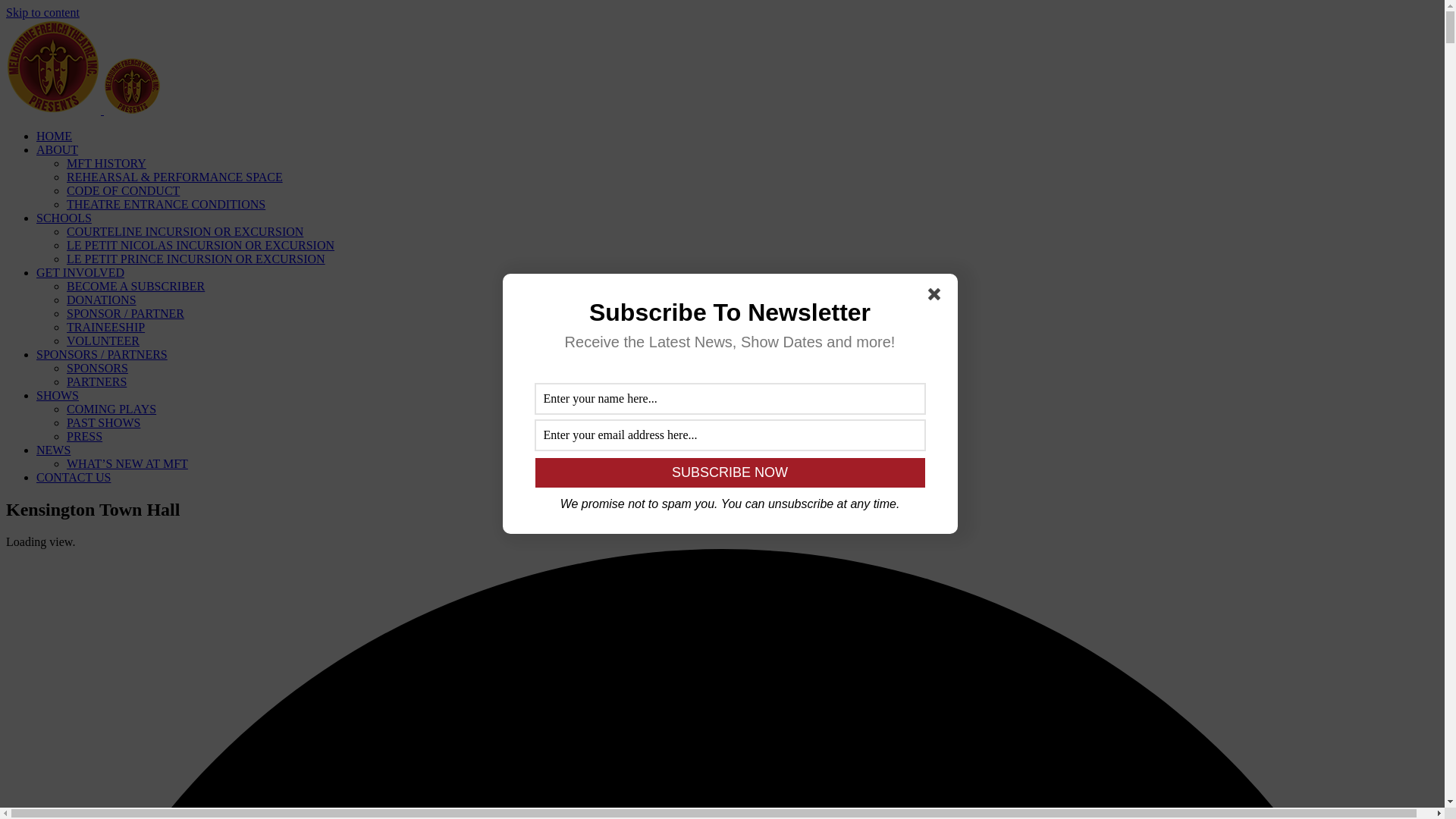 Image resolution: width=1456 pixels, height=819 pixels. What do you see at coordinates (105, 163) in the screenshot?
I see `'MFT HISTORY'` at bounding box center [105, 163].